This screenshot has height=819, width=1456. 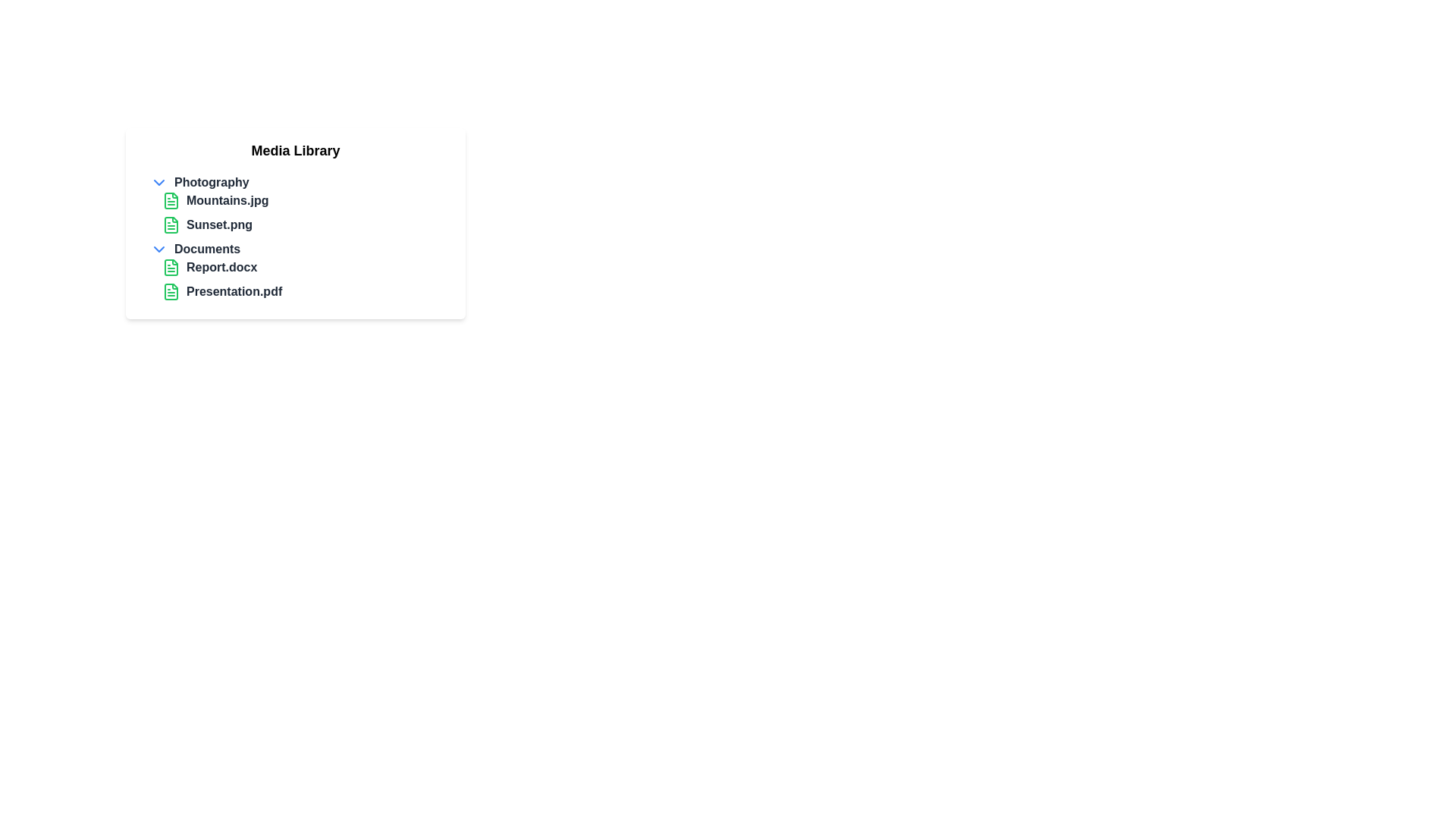 What do you see at coordinates (218, 225) in the screenshot?
I see `the bolded text label 'Sunset.png' in the media library` at bounding box center [218, 225].